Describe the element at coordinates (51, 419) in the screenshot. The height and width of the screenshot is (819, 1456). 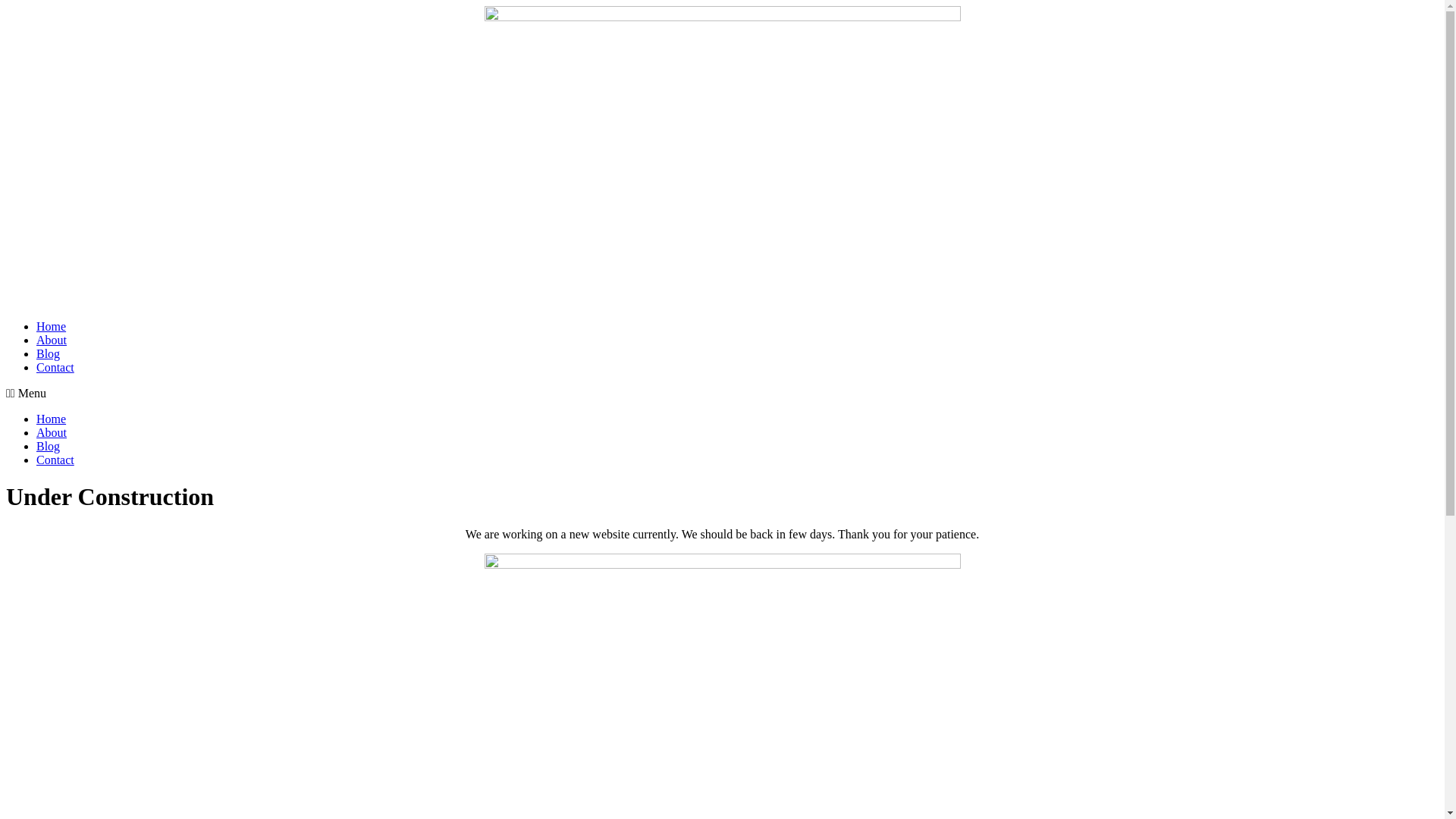
I see `'Home'` at that location.